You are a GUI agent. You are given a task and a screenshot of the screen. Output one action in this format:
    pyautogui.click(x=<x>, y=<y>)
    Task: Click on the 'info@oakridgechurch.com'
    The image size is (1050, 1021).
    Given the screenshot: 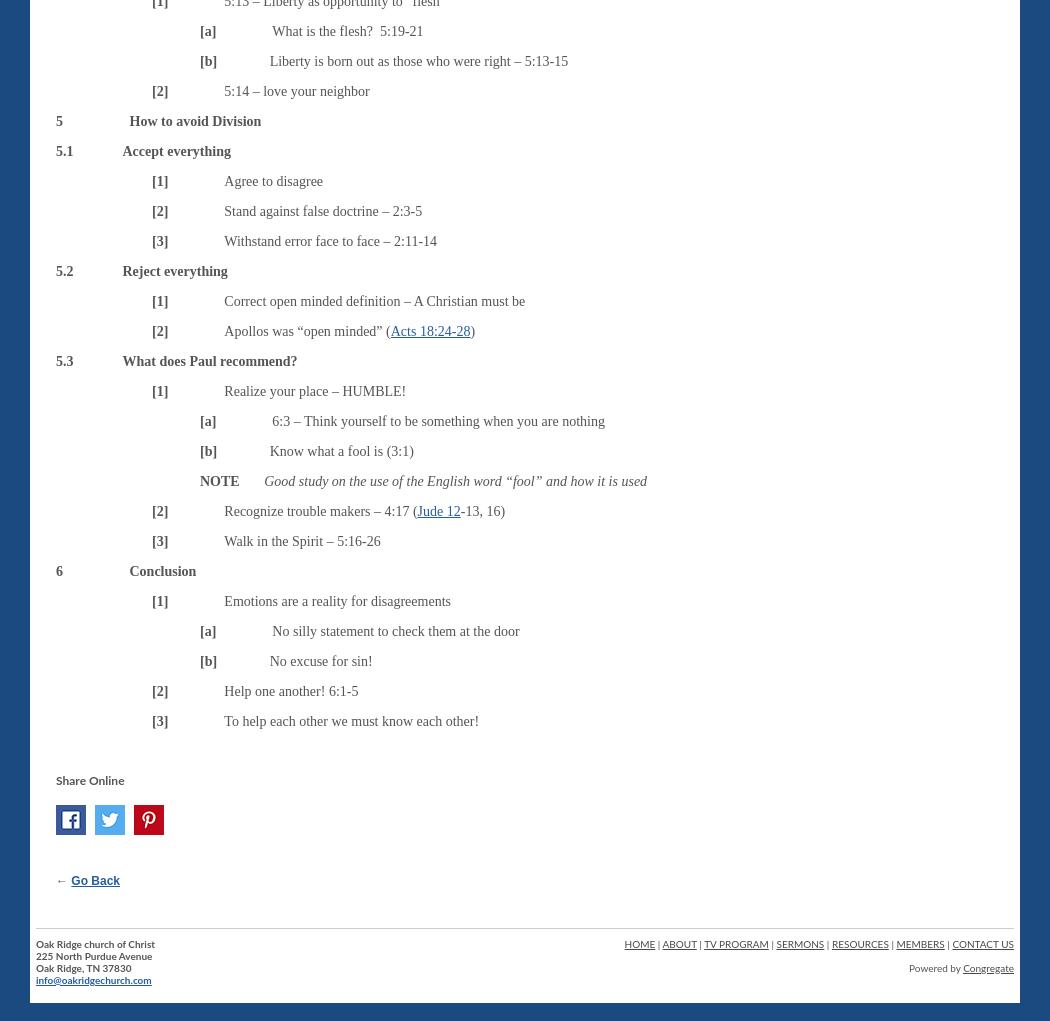 What is the action you would take?
    pyautogui.click(x=93, y=978)
    